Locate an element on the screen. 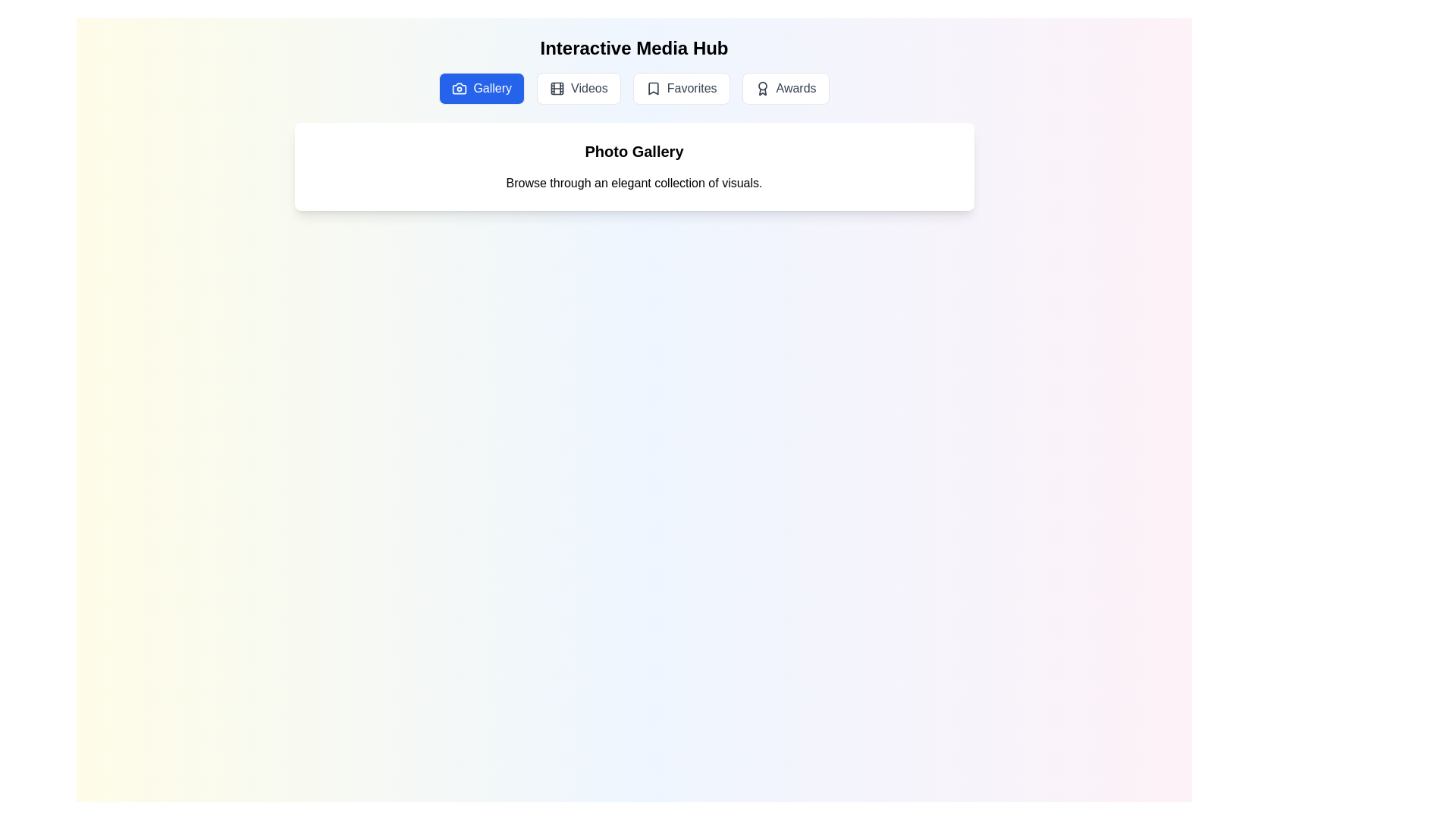 The width and height of the screenshot is (1456, 819). the awards icon located in the middle of the 'Awards' button, the fourth button from the left in the horizontal navigation bar at the top of the interface is located at coordinates (762, 88).